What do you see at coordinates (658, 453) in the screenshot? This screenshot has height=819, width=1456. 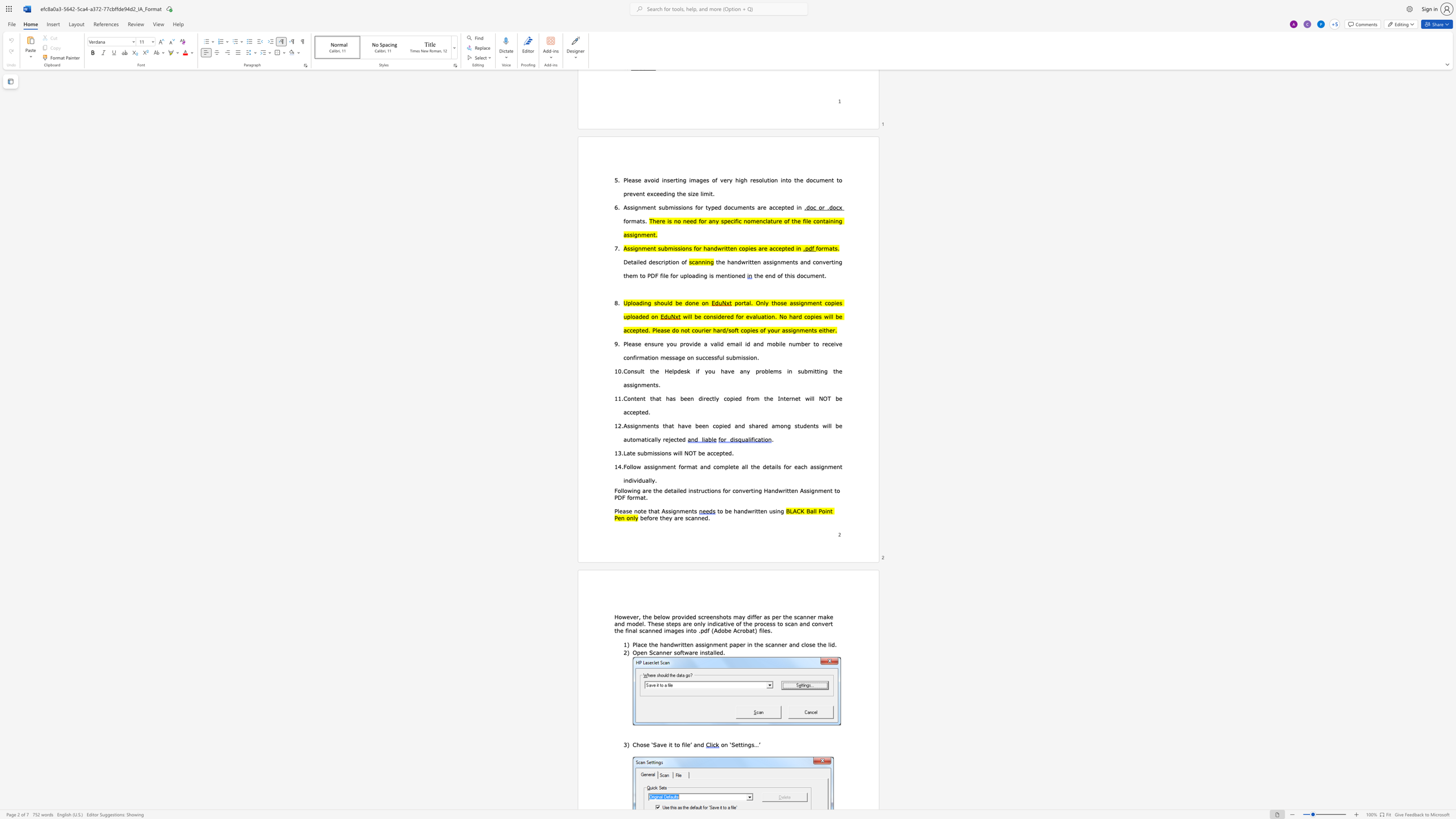 I see `the 3th character "s" in the text` at bounding box center [658, 453].